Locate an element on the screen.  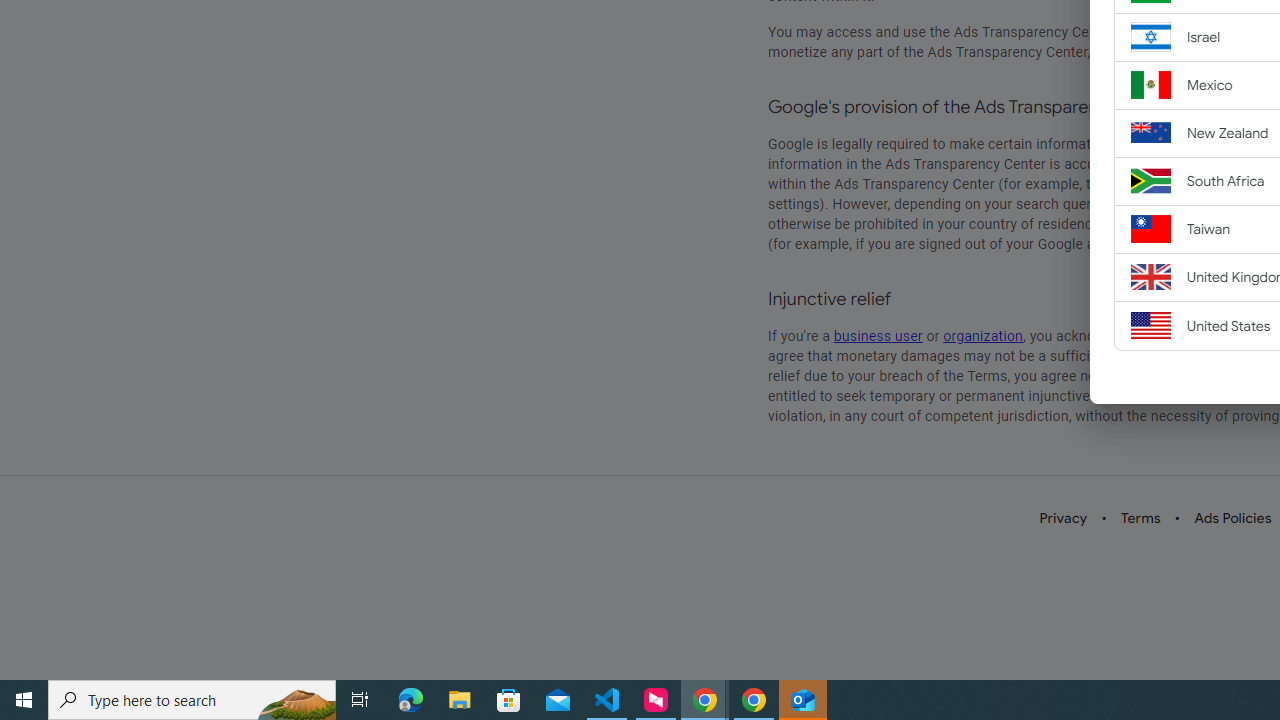
'organization' is located at coordinates (983, 335).